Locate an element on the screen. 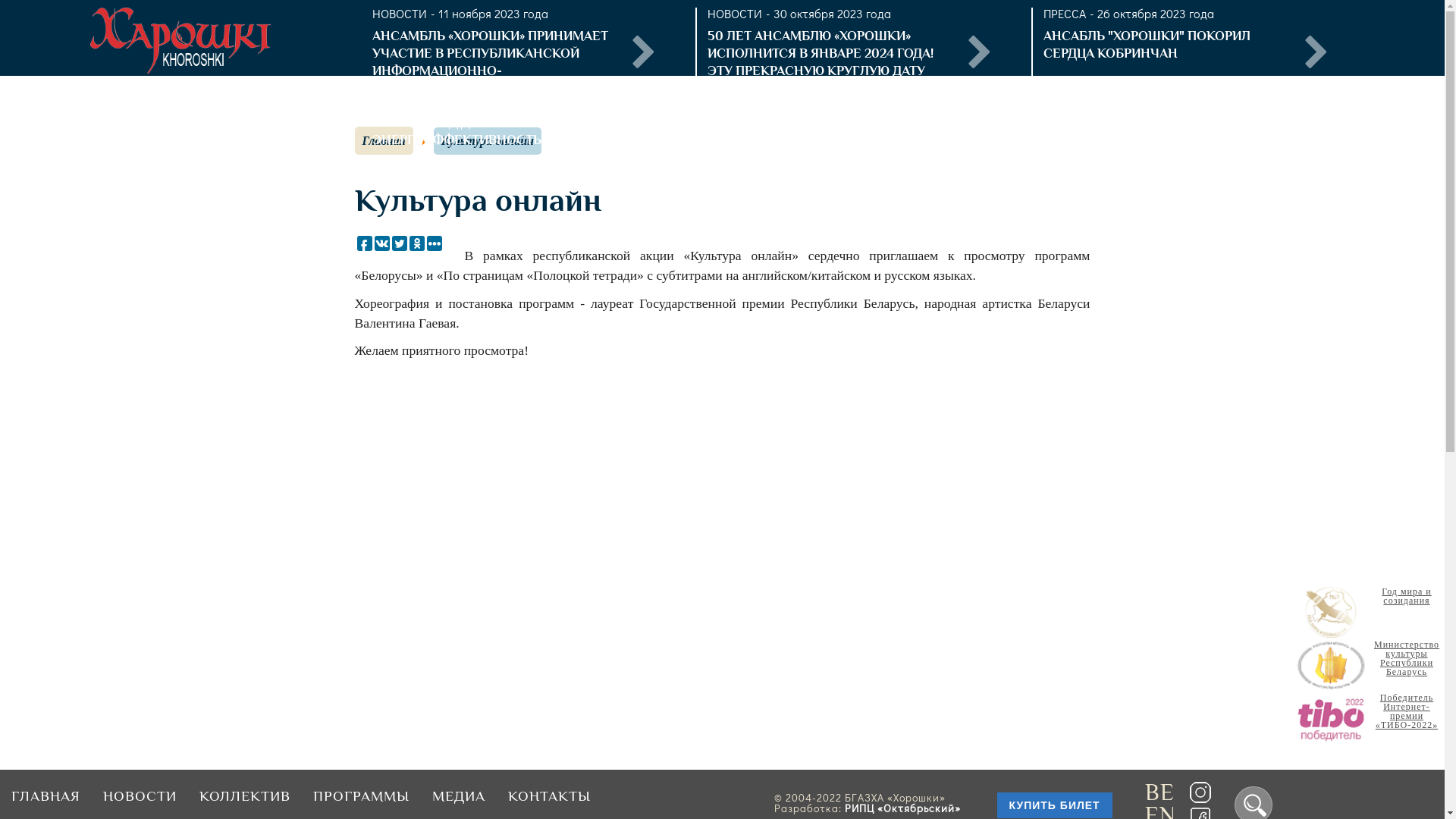 The image size is (1456, 819). 'Instagramm' is located at coordinates (1200, 799).